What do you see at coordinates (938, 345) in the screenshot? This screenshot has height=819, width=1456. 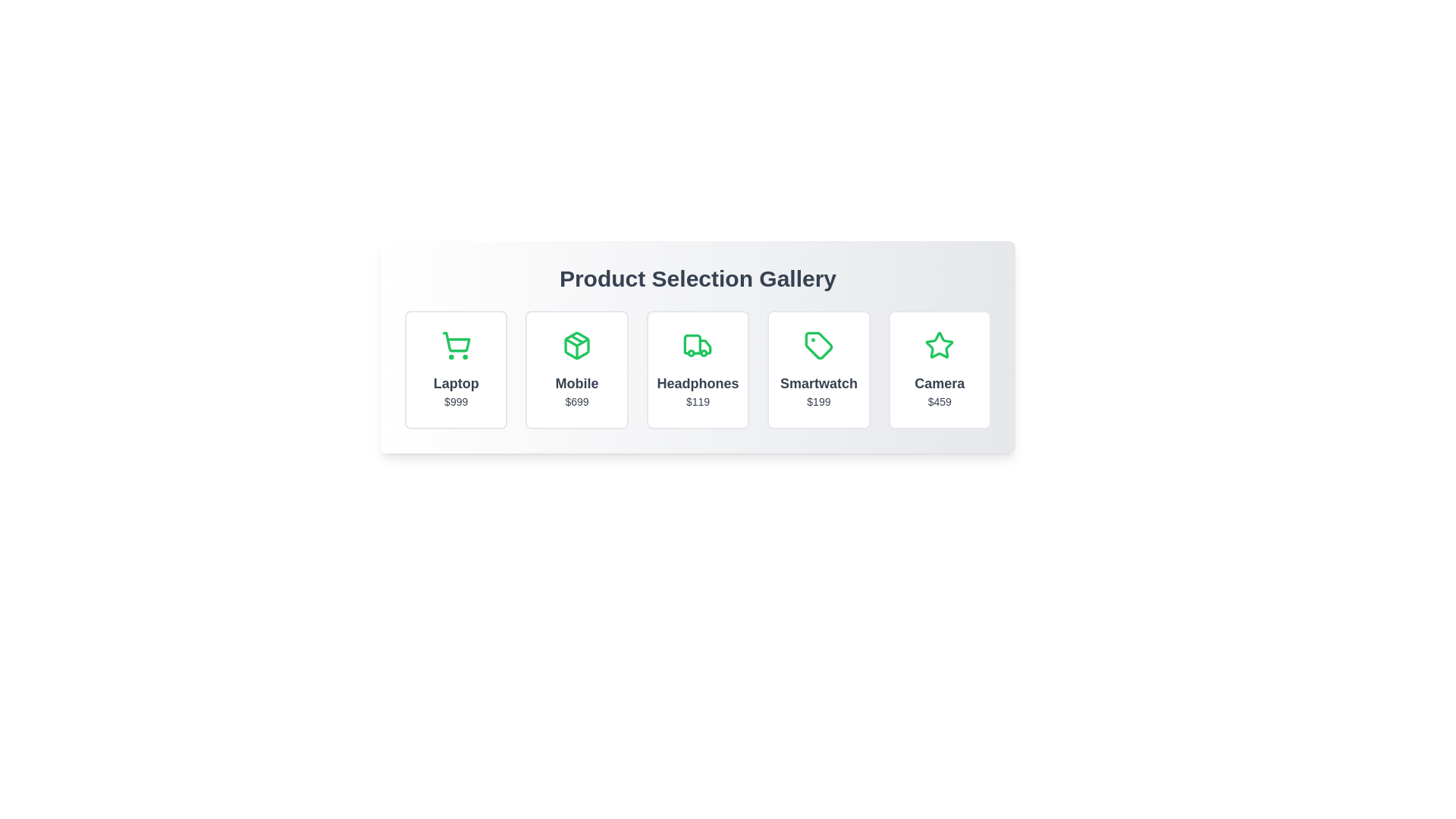 I see `the green outlined star icon located at the top part of the card labeled 'Camera' for interaction` at bounding box center [938, 345].